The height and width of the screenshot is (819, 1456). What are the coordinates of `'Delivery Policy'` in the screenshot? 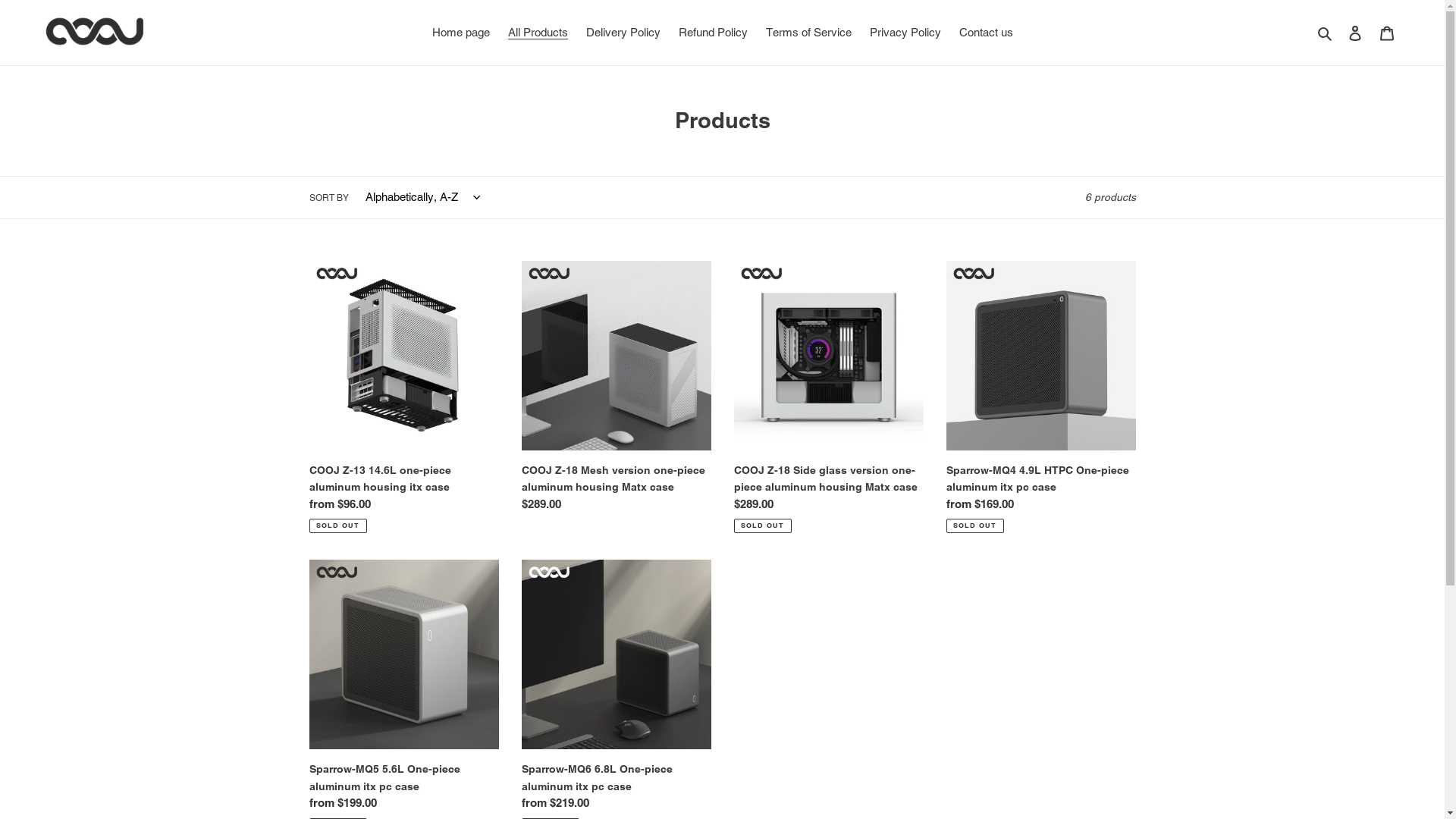 It's located at (622, 33).